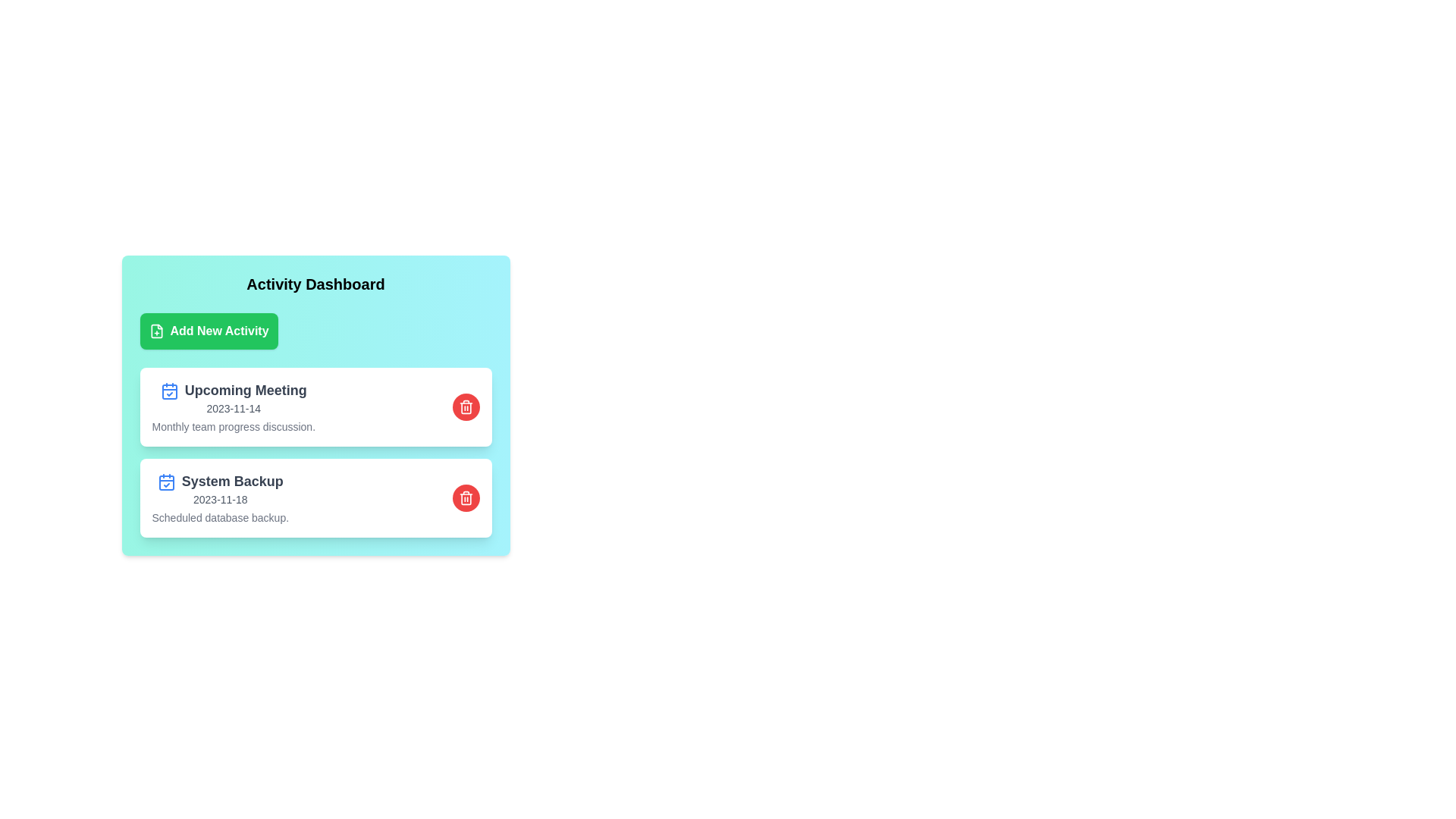 The height and width of the screenshot is (819, 1456). I want to click on the button labeled Delete Upcoming Meeting to observe its visual feedback, so click(465, 406).